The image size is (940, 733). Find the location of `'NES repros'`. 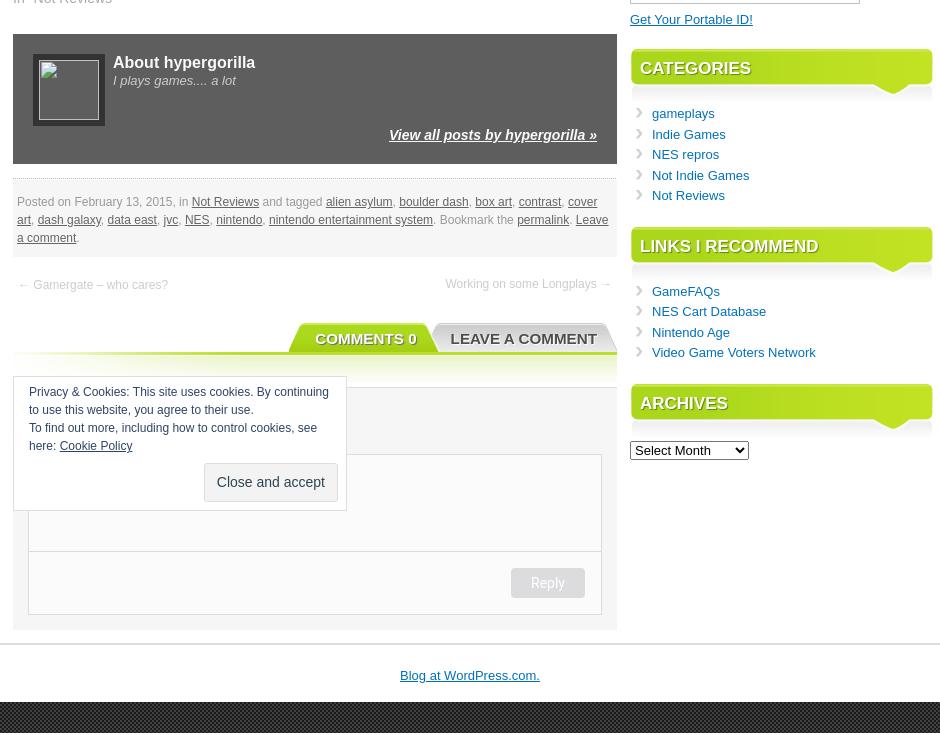

'NES repros' is located at coordinates (684, 153).